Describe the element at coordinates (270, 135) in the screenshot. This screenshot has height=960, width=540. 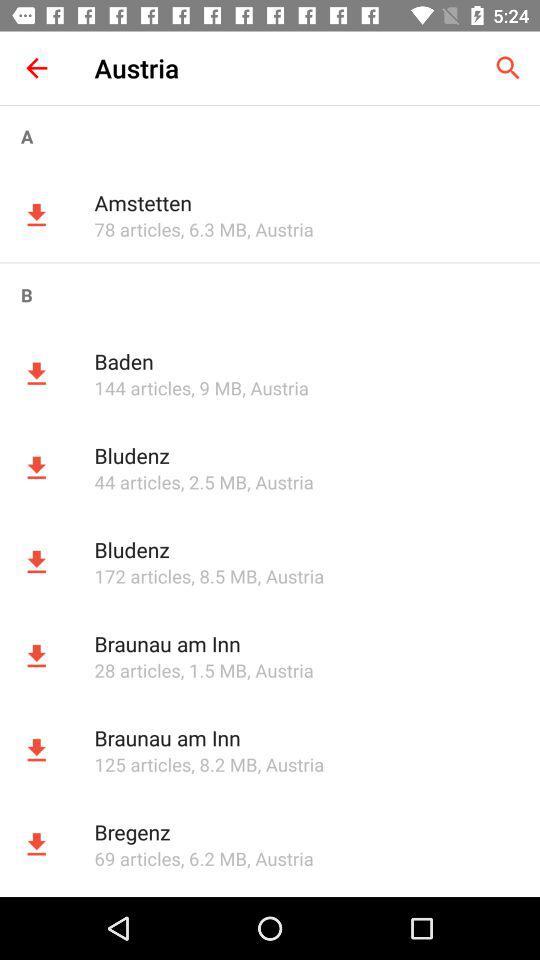
I see `icon above amstetten icon` at that location.